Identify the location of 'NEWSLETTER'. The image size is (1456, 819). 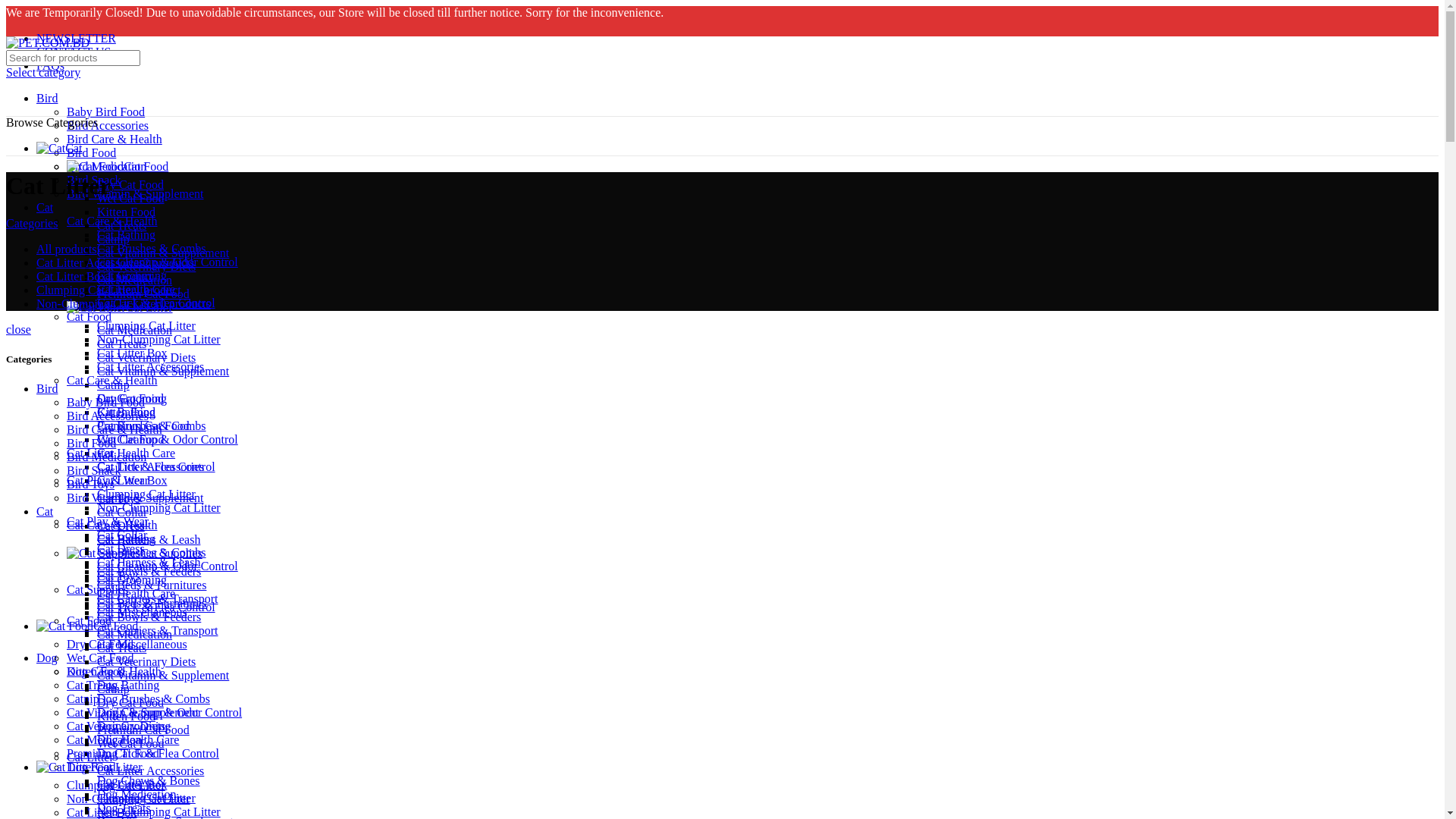
(75, 37).